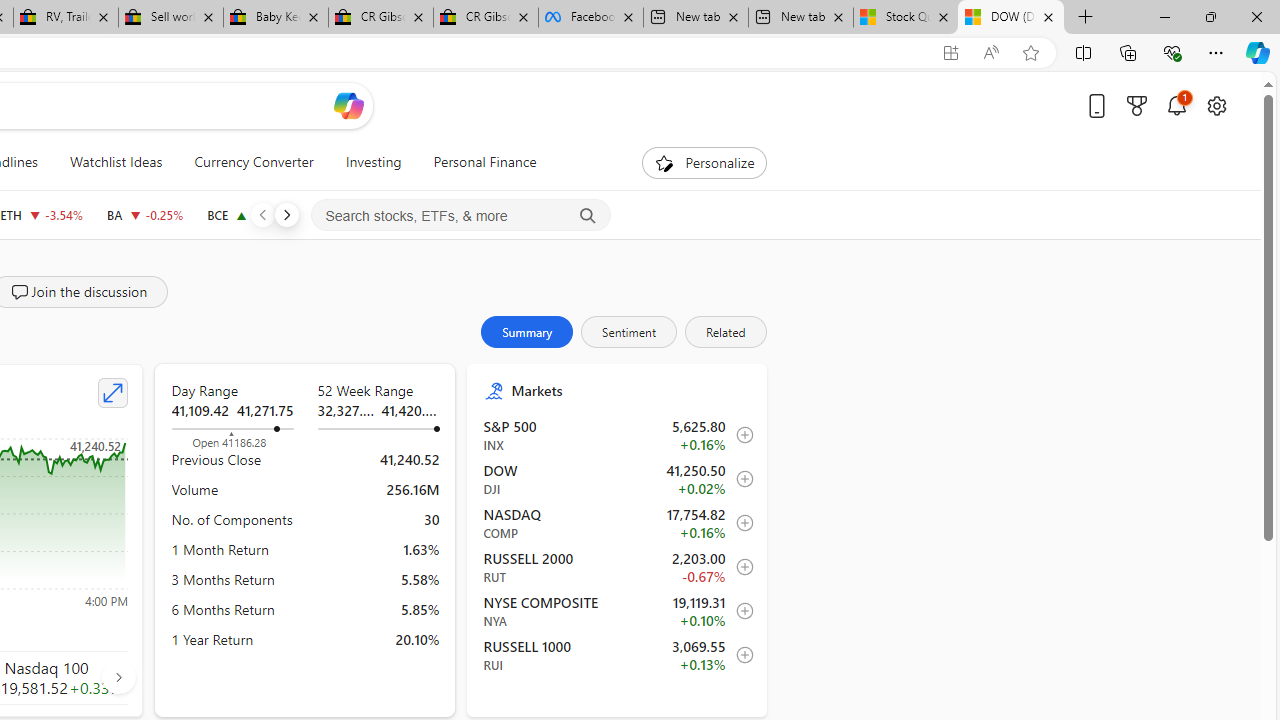 This screenshot has width=1280, height=720. I want to click on 'Watchlist Ideas', so click(114, 162).